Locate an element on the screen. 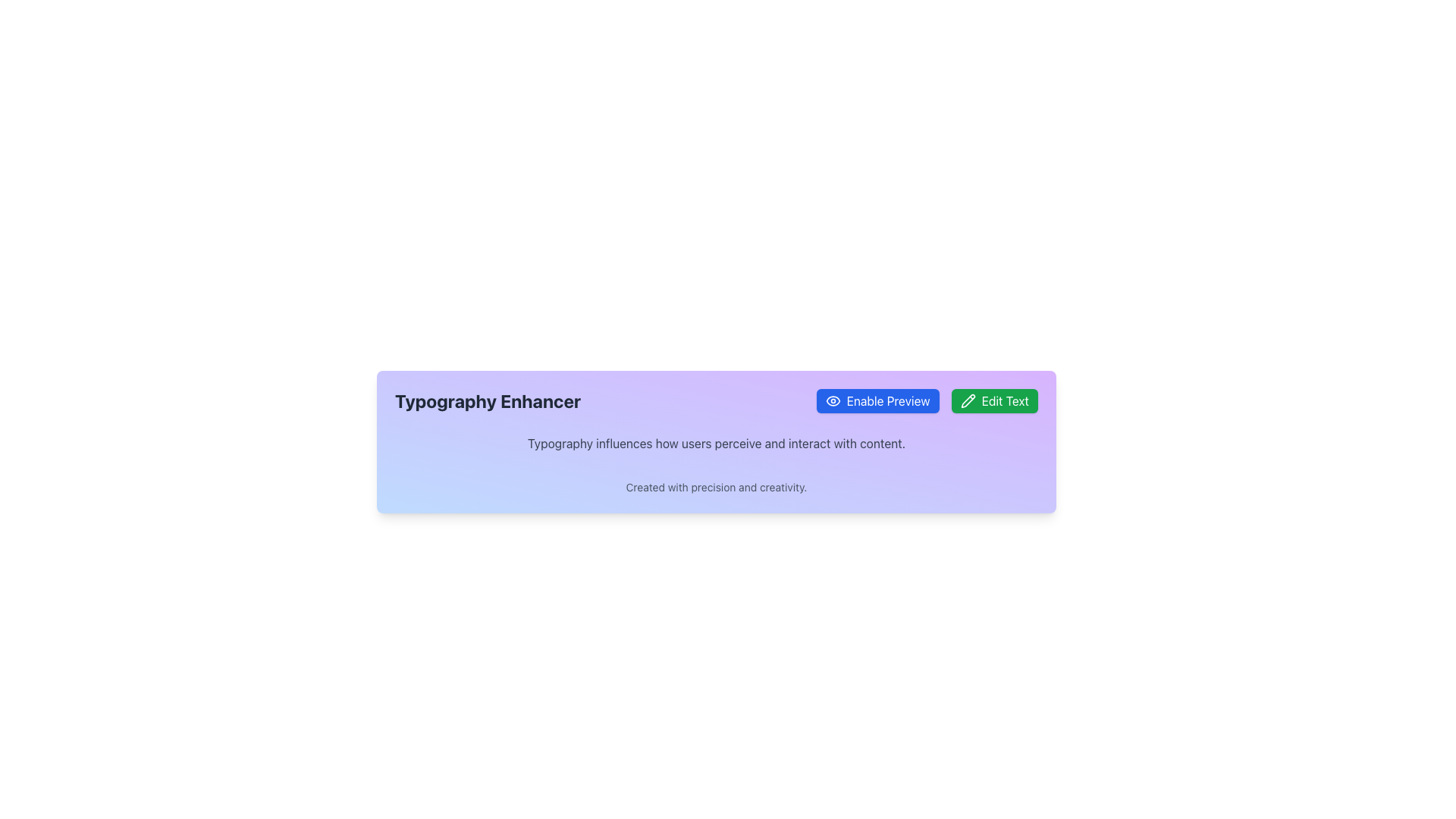 The image size is (1456, 819). the 'Edit Text' button that contains a pencil icon with a green background is located at coordinates (967, 400).